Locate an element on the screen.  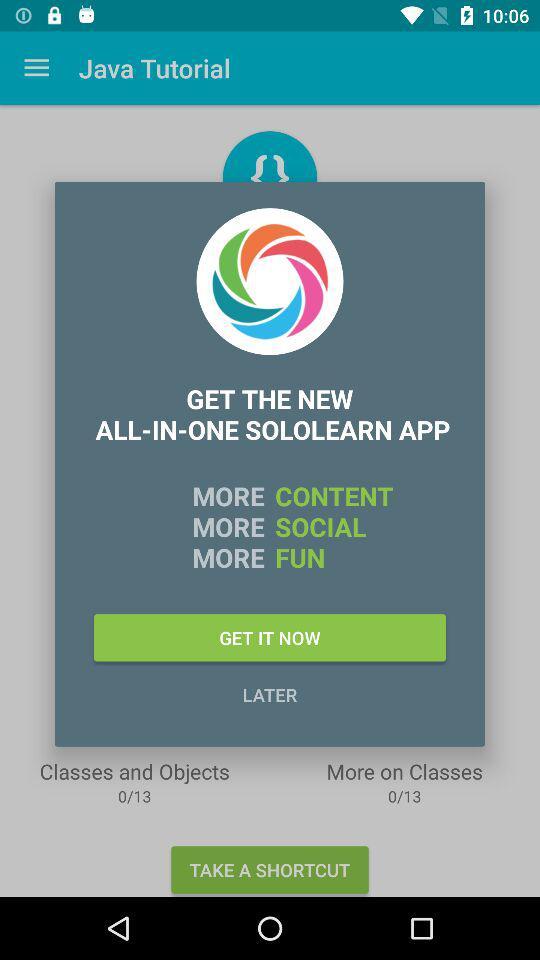
later is located at coordinates (270, 694).